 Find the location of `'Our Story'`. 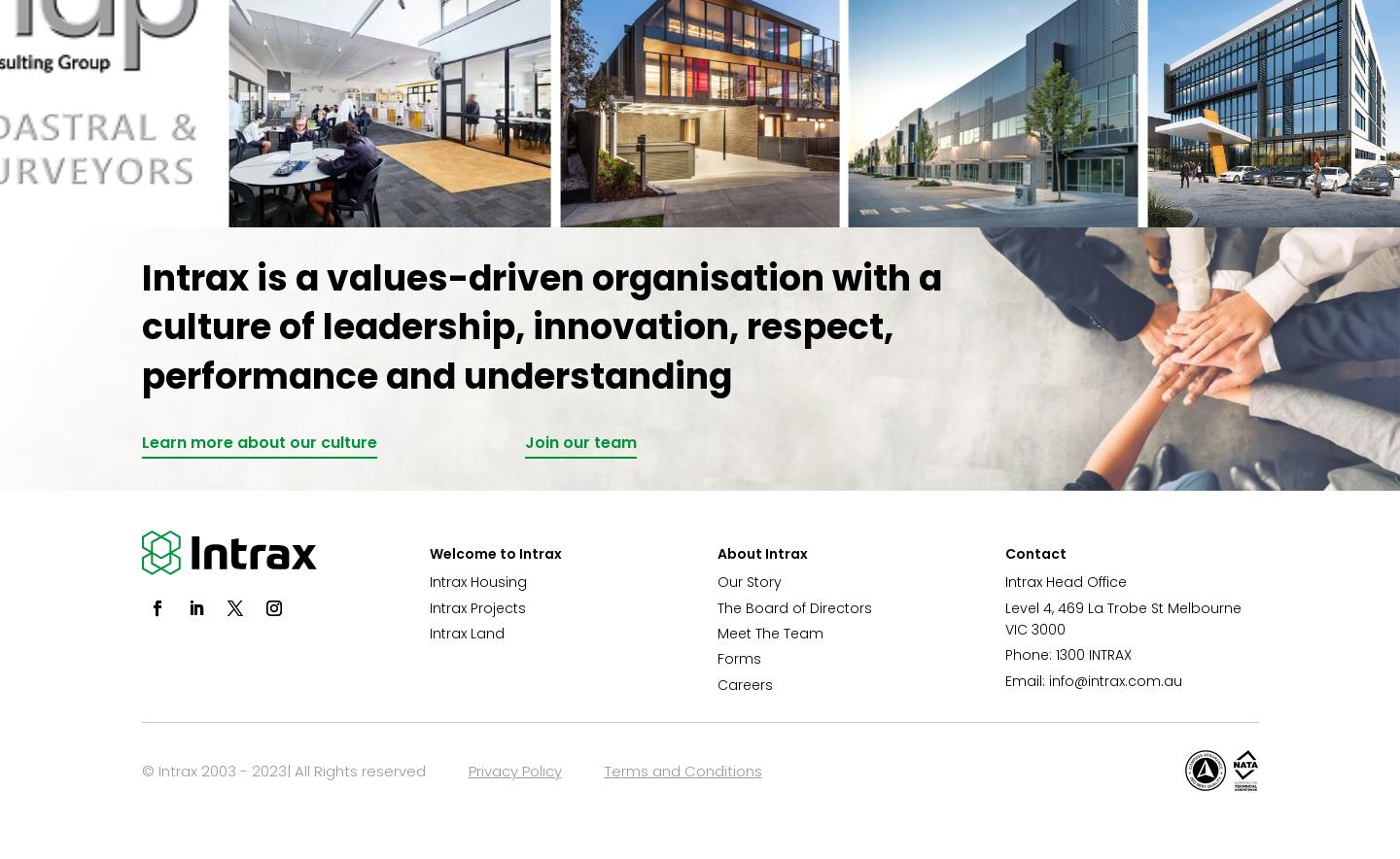

'Our Story' is located at coordinates (716, 581).